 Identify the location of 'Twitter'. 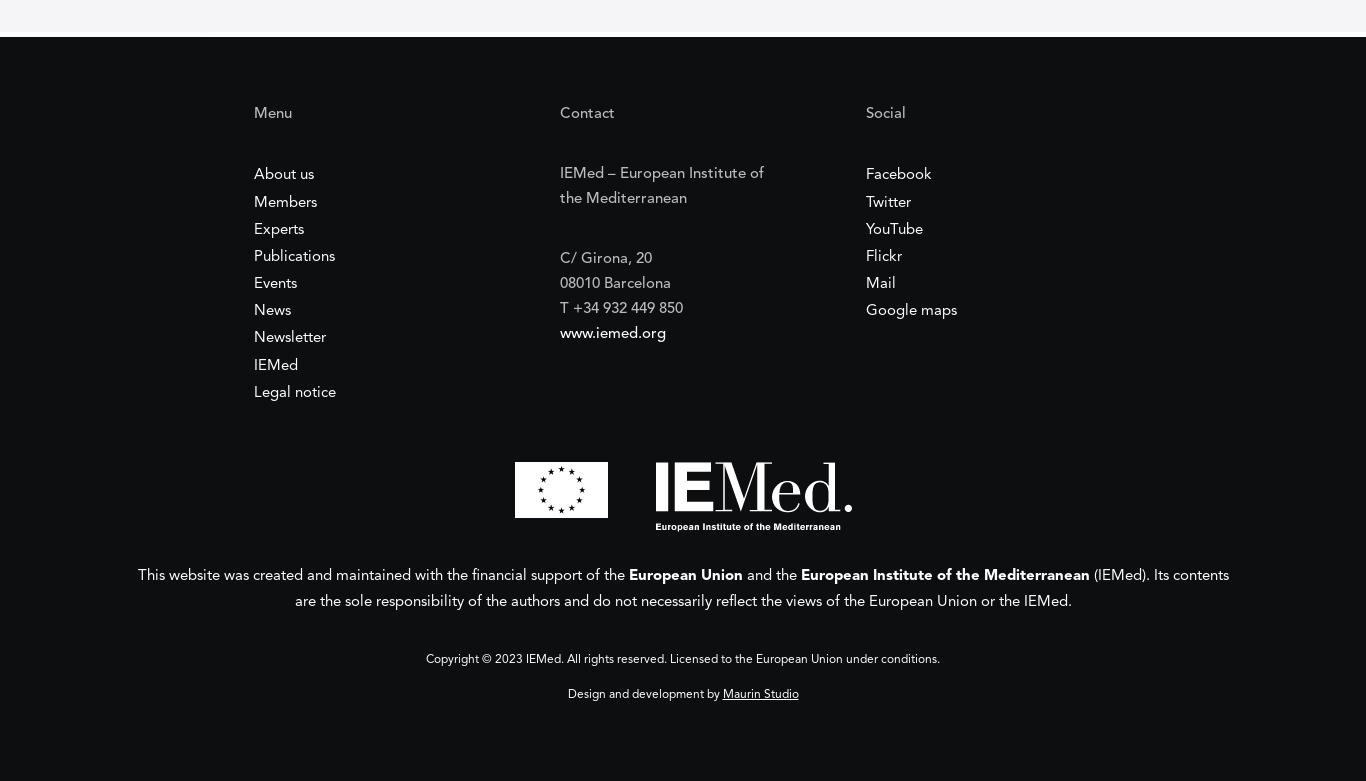
(865, 201).